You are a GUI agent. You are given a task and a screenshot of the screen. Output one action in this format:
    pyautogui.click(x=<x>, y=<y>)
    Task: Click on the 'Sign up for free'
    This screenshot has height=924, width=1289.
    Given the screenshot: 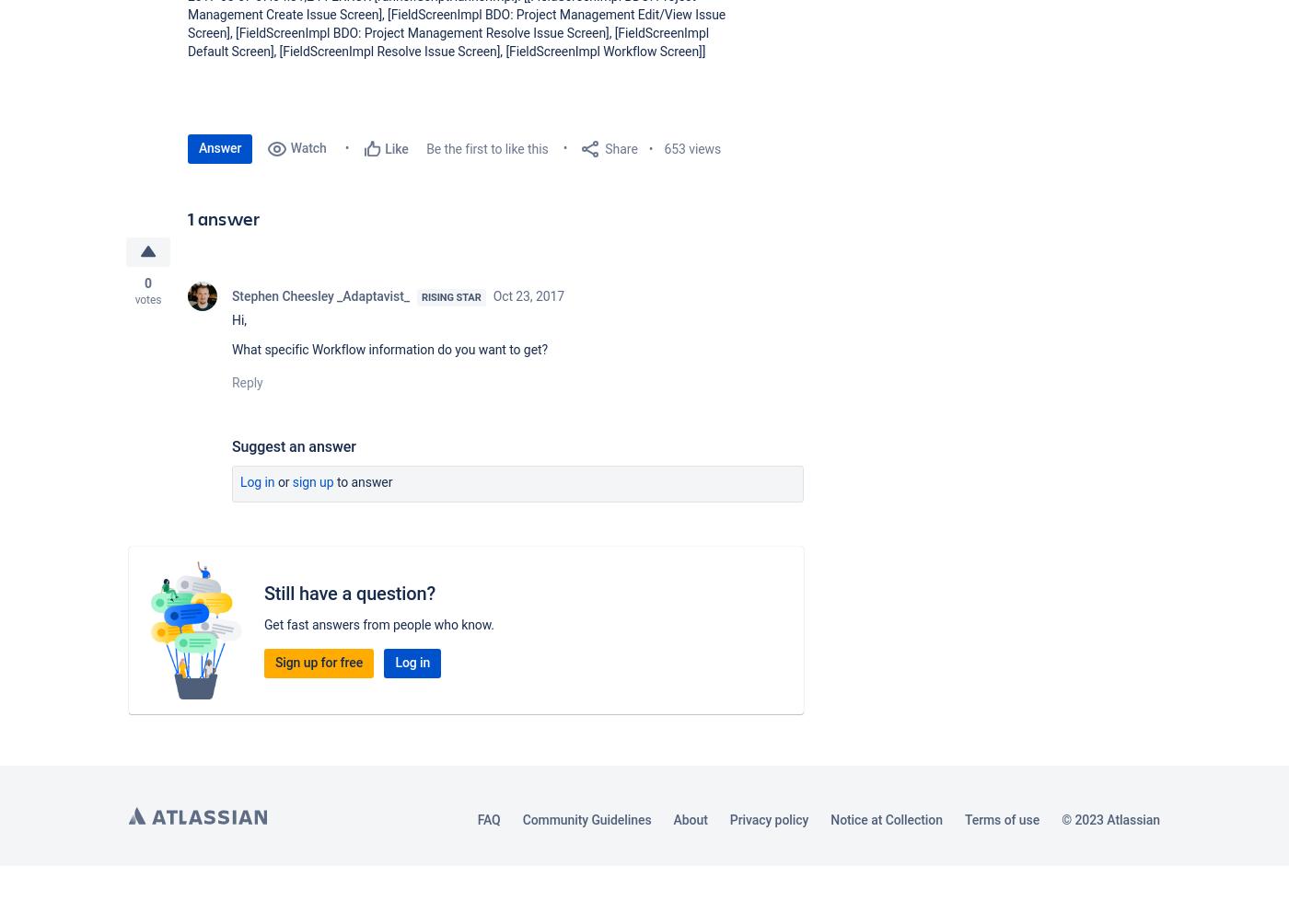 What is the action you would take?
    pyautogui.click(x=274, y=661)
    